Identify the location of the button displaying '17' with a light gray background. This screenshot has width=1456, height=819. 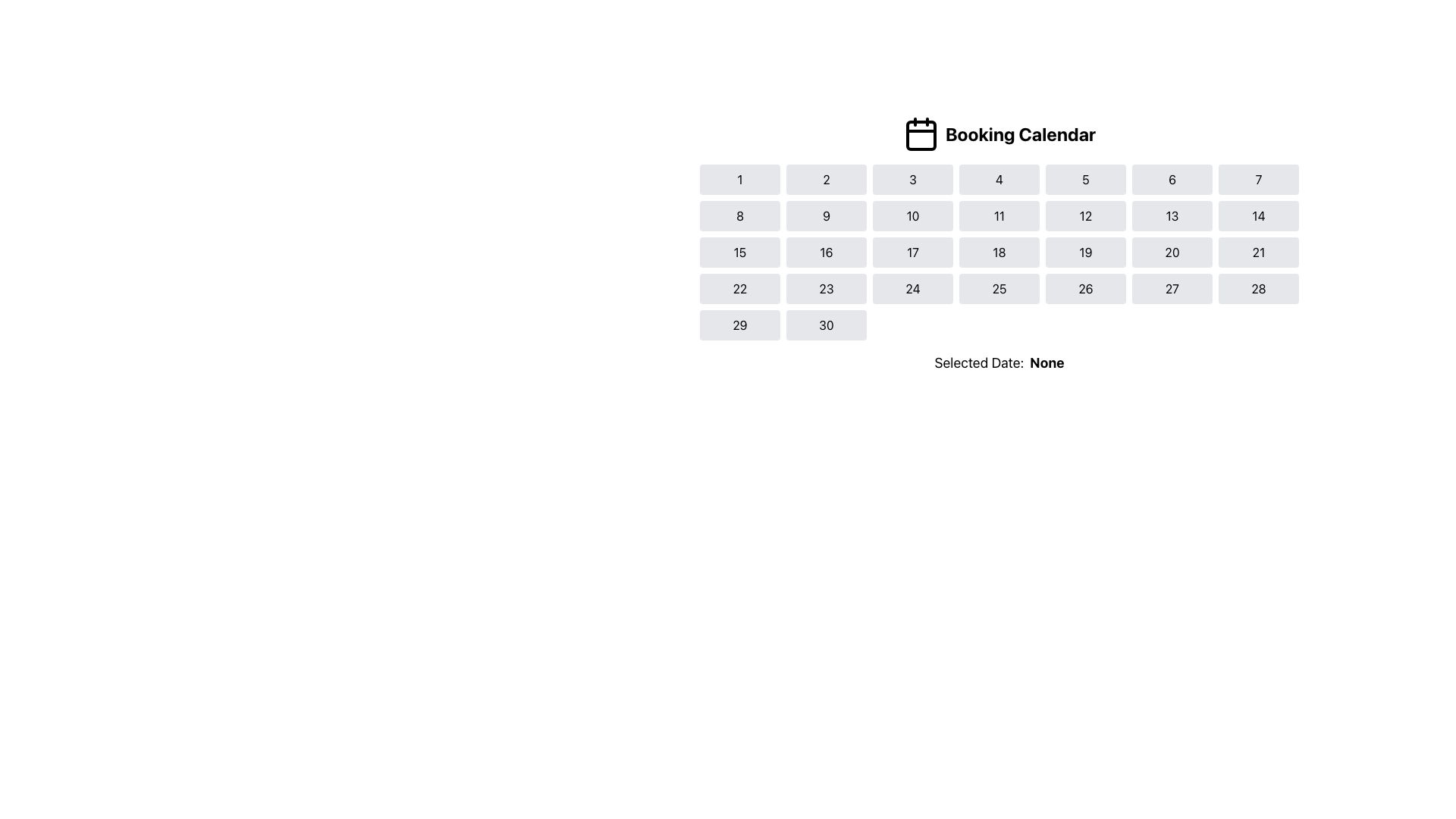
(912, 251).